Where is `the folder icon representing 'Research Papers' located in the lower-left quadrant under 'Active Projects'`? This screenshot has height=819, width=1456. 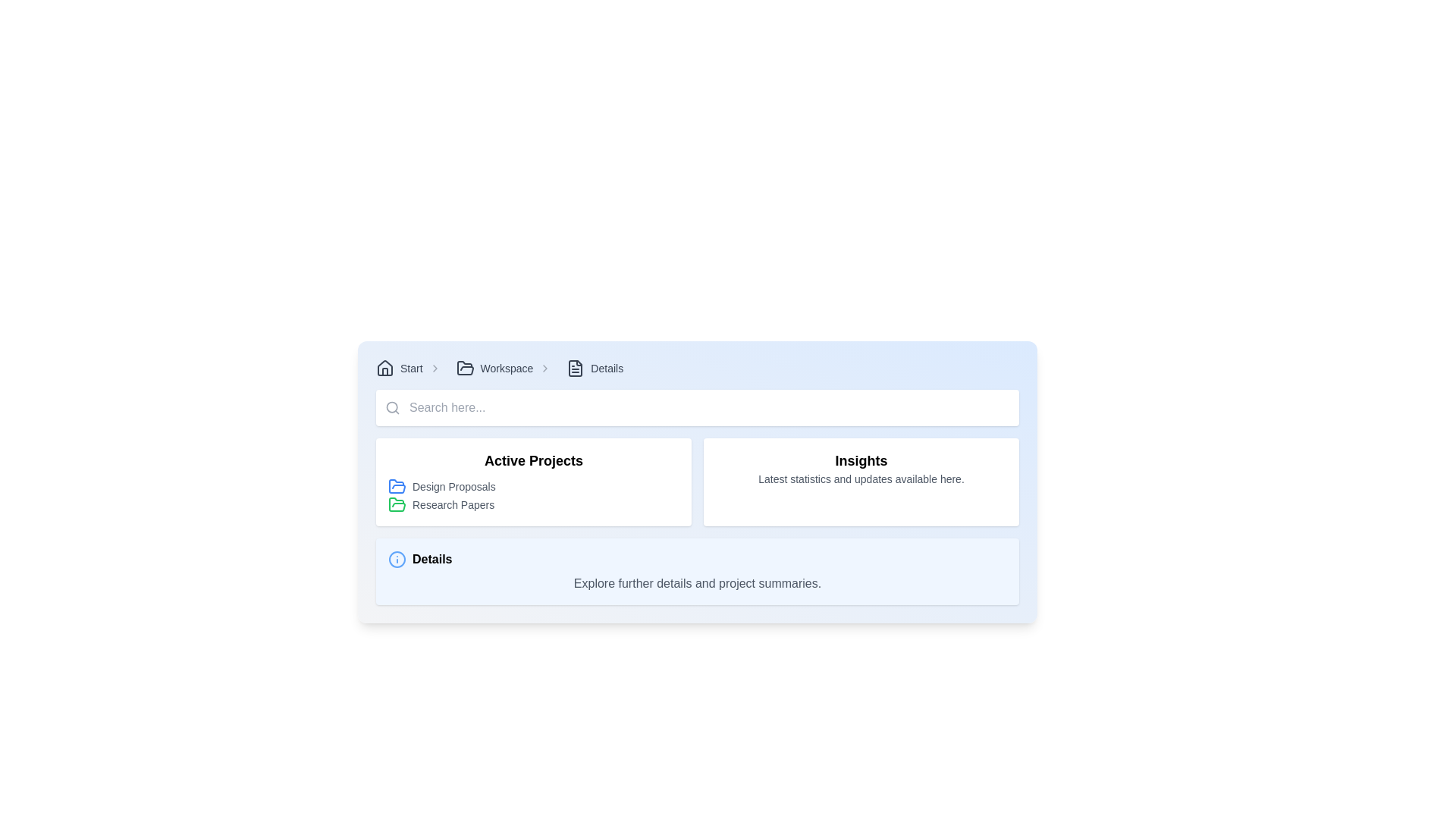
the folder icon representing 'Research Papers' located in the lower-left quadrant under 'Active Projects' is located at coordinates (397, 505).